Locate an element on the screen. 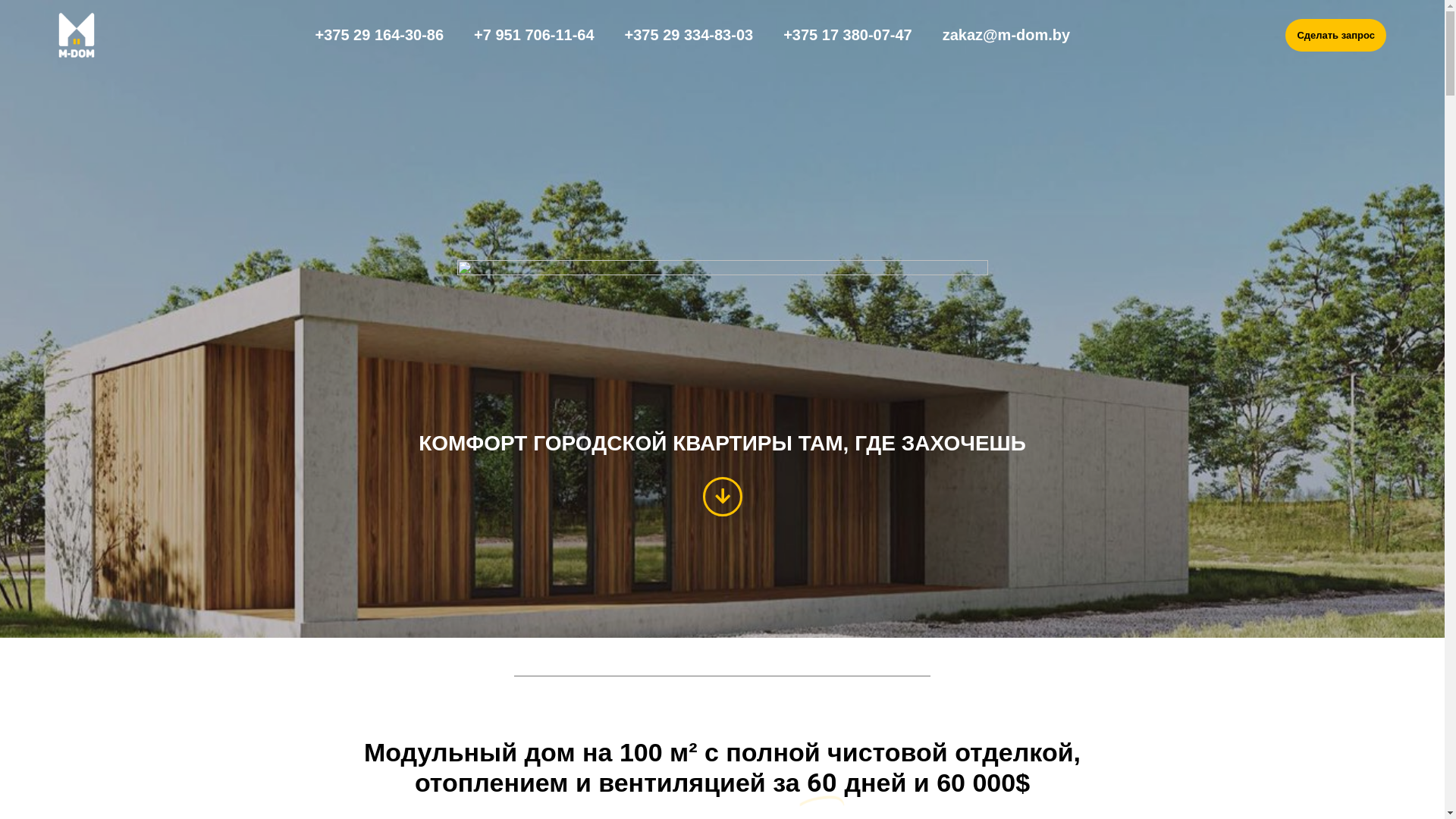 The height and width of the screenshot is (819, 1456). '+7 951 706-11-64' is located at coordinates (534, 34).